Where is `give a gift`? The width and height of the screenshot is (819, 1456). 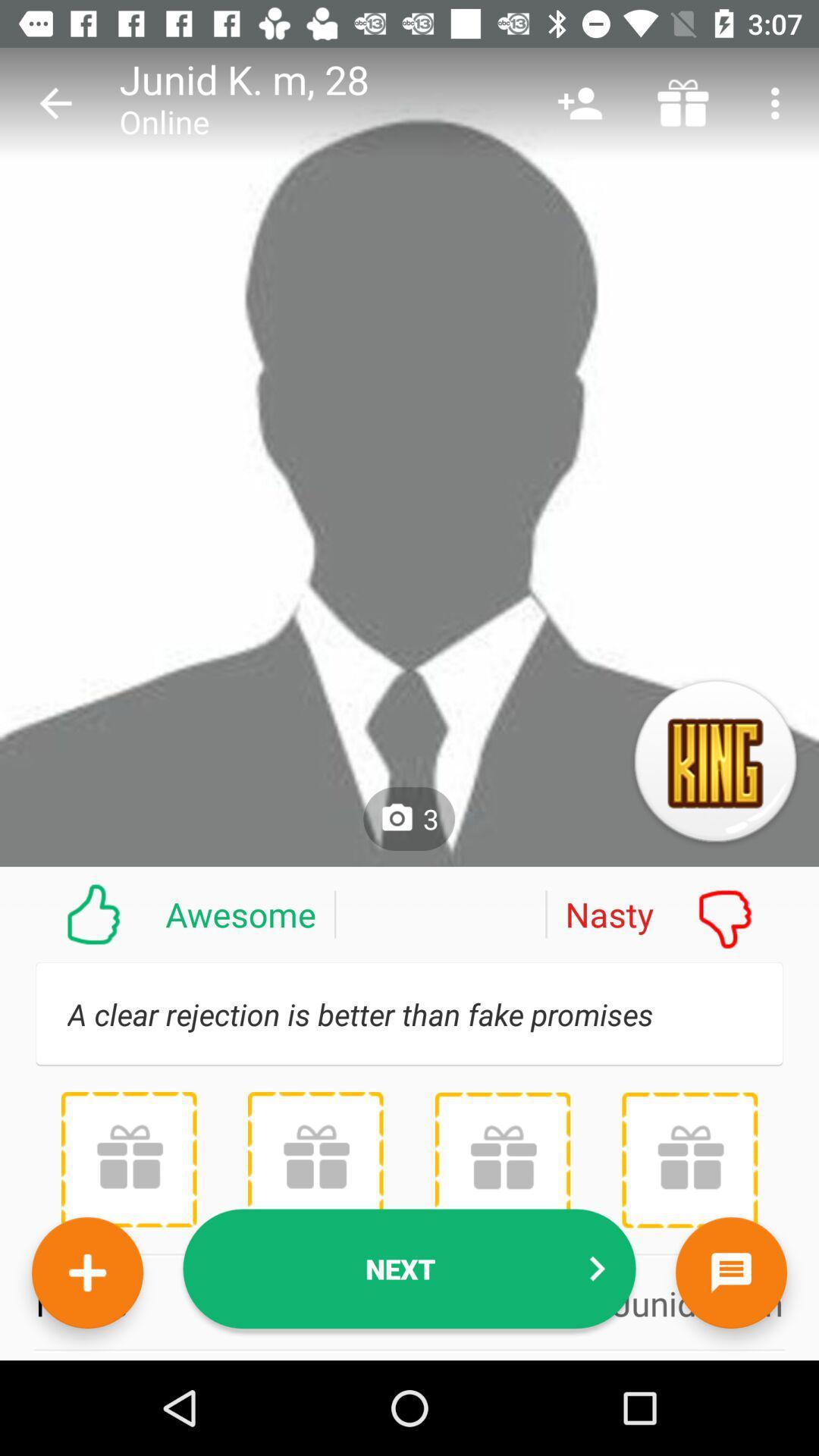
give a gift is located at coordinates (315, 1159).